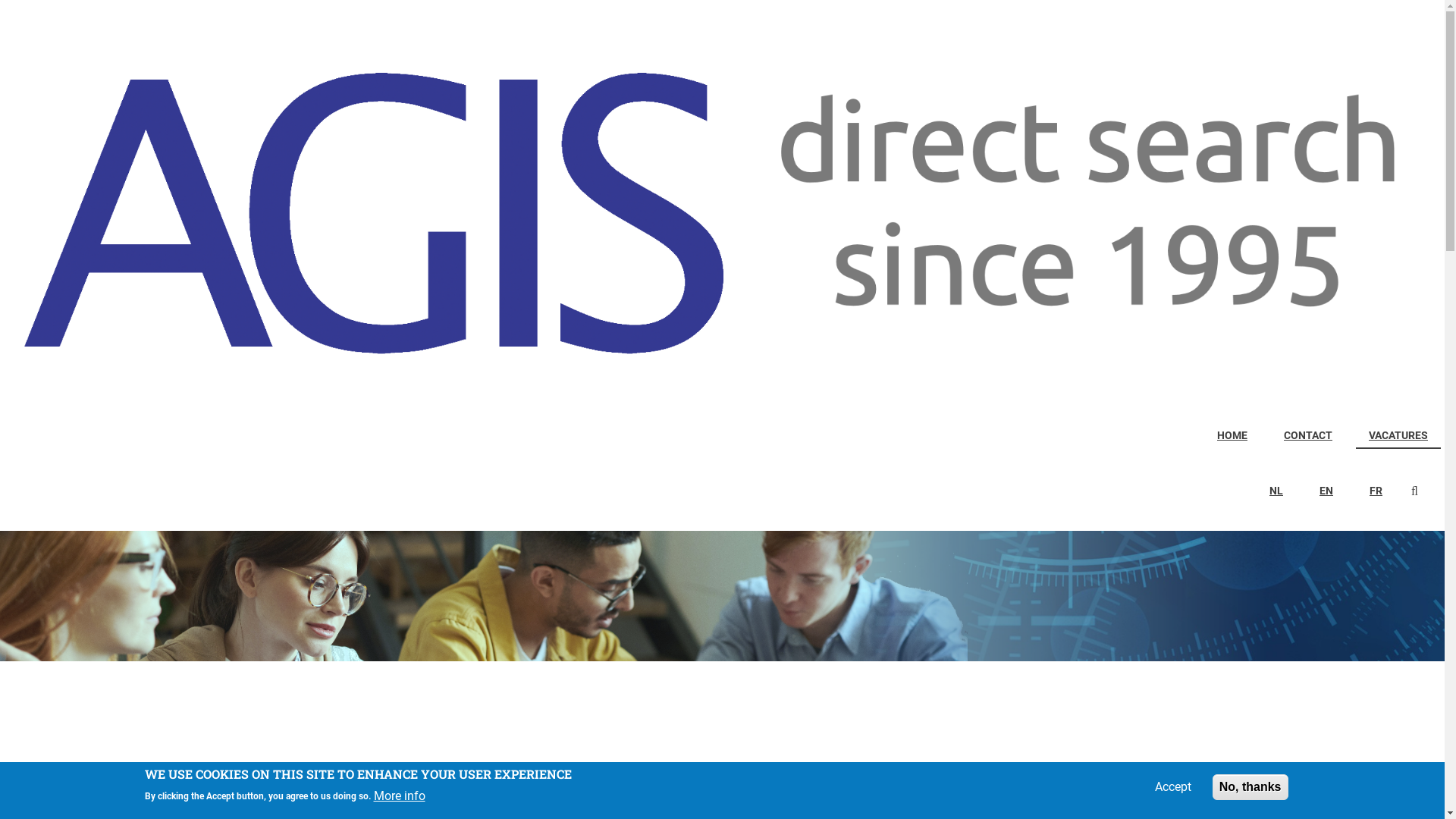 The image size is (1456, 819). I want to click on 'Accept', so click(1172, 786).